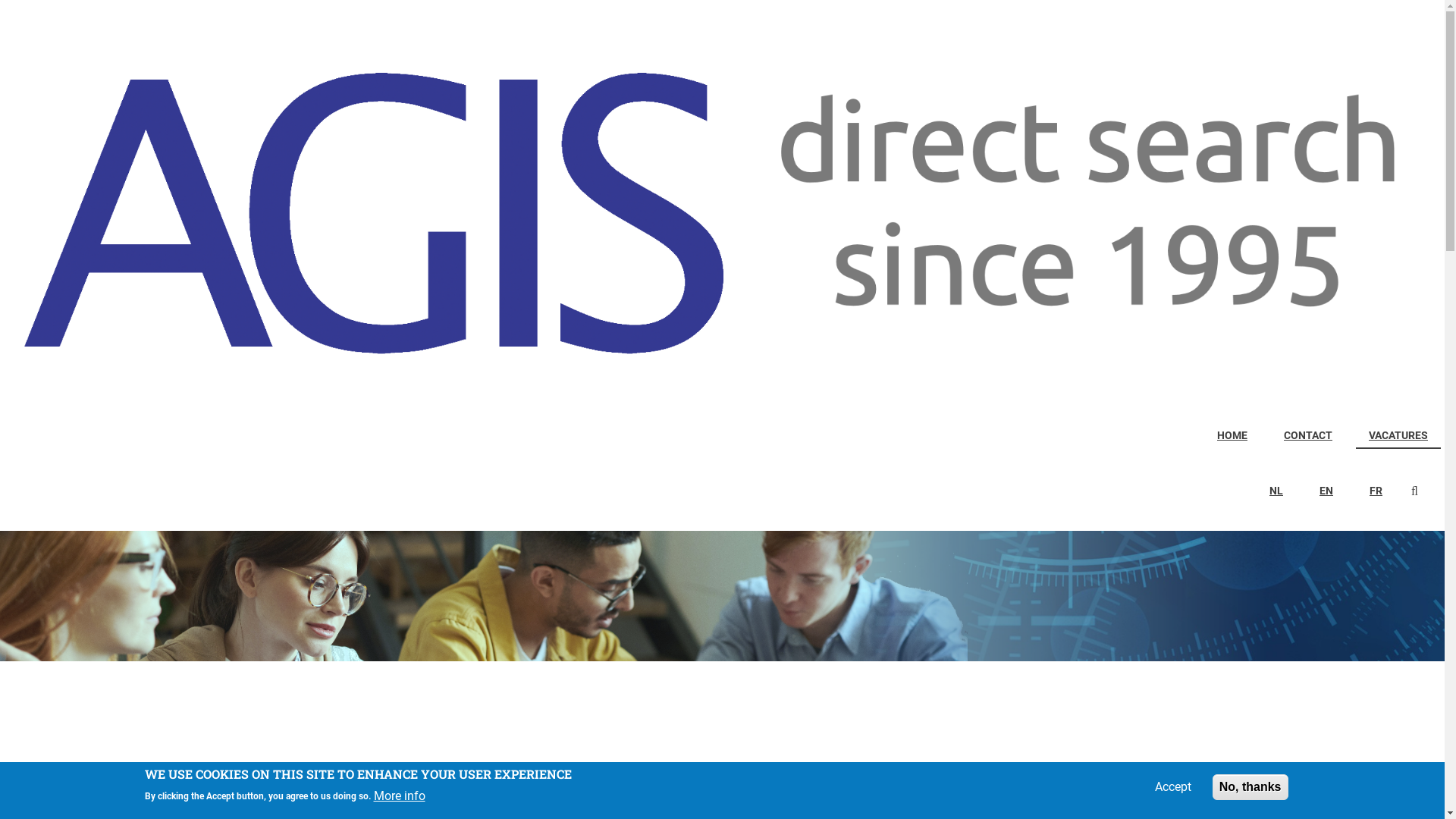 The image size is (1456, 819). I want to click on 'Accept', so click(1172, 786).